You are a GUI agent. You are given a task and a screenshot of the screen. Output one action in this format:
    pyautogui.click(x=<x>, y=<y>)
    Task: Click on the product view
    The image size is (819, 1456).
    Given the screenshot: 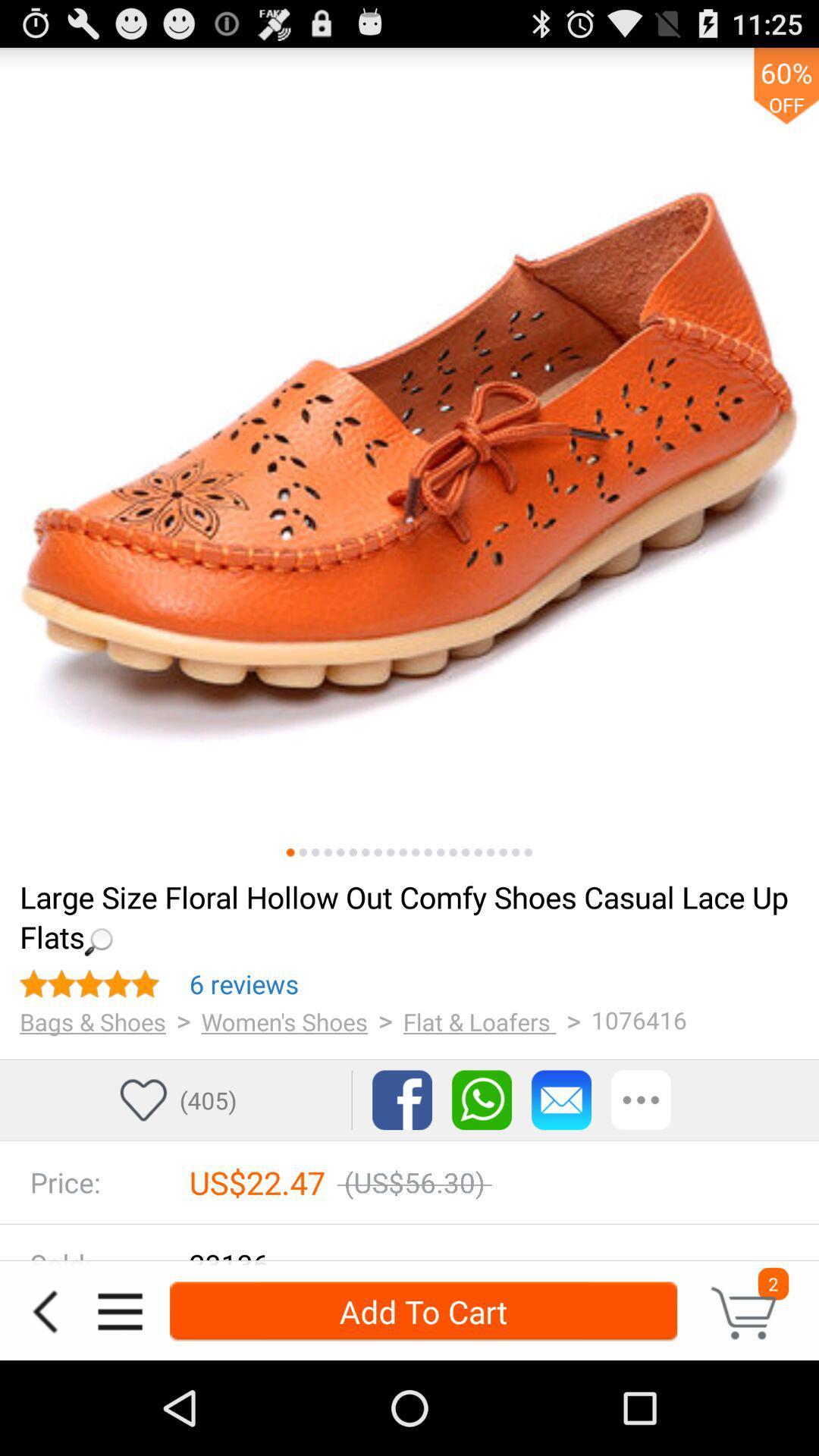 What is the action you would take?
    pyautogui.click(x=327, y=852)
    